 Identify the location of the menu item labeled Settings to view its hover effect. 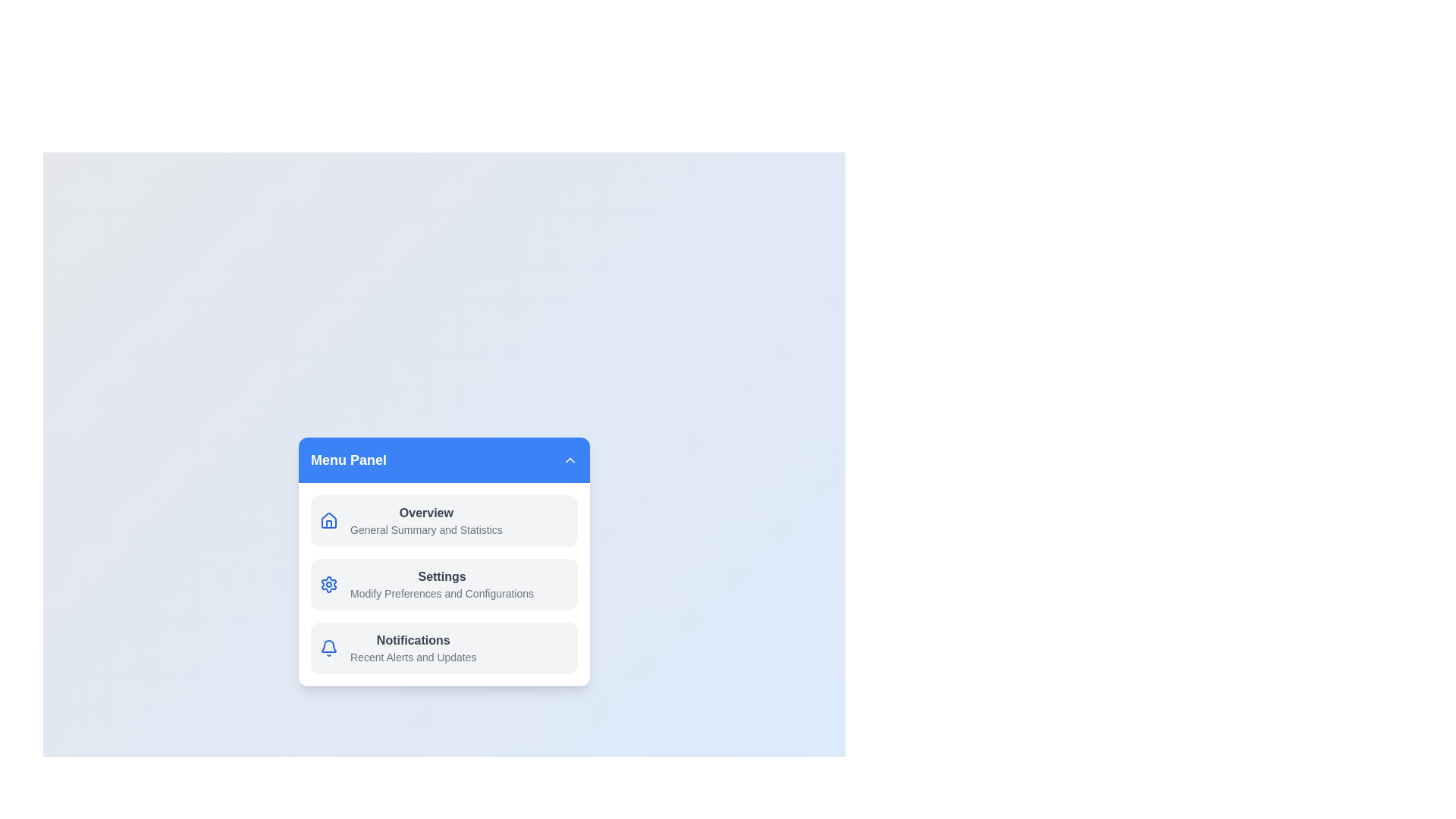
(443, 584).